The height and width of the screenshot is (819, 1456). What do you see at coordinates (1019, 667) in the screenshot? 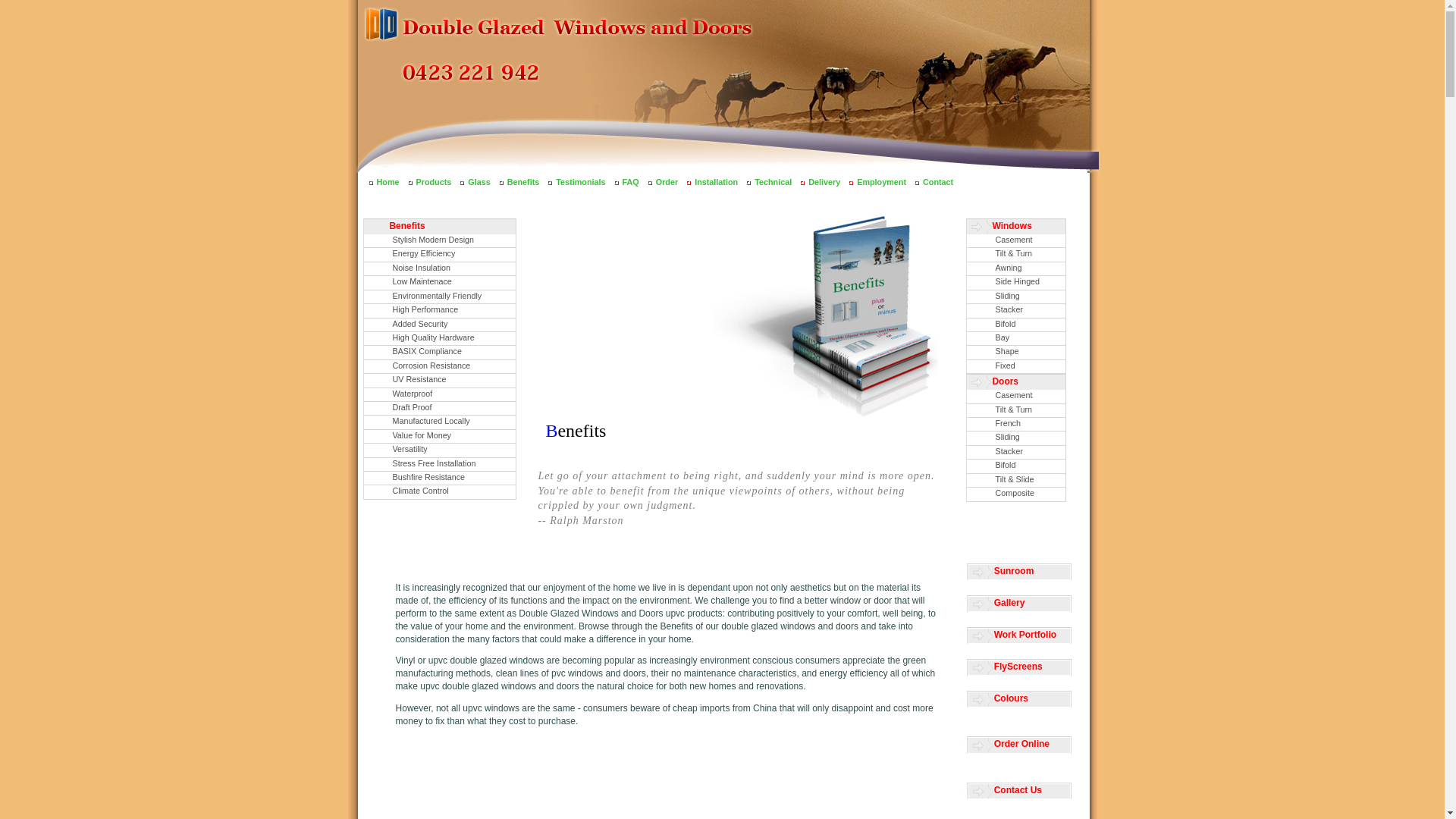
I see `'FlyScreens'` at bounding box center [1019, 667].